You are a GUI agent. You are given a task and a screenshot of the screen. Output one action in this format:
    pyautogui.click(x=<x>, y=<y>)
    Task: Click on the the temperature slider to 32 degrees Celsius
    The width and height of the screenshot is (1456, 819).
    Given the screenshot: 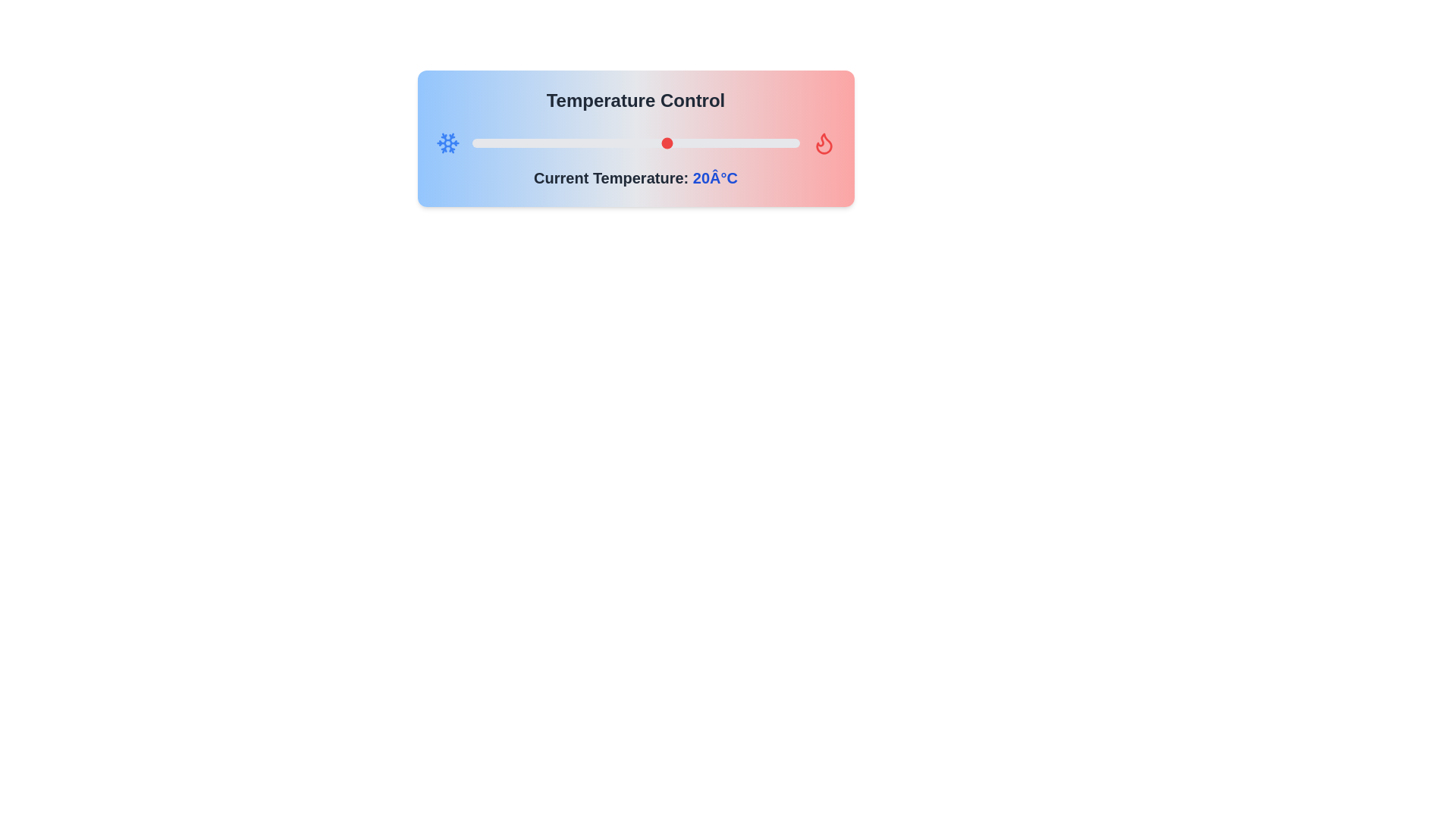 What is the action you would take?
    pyautogui.click(x=747, y=143)
    